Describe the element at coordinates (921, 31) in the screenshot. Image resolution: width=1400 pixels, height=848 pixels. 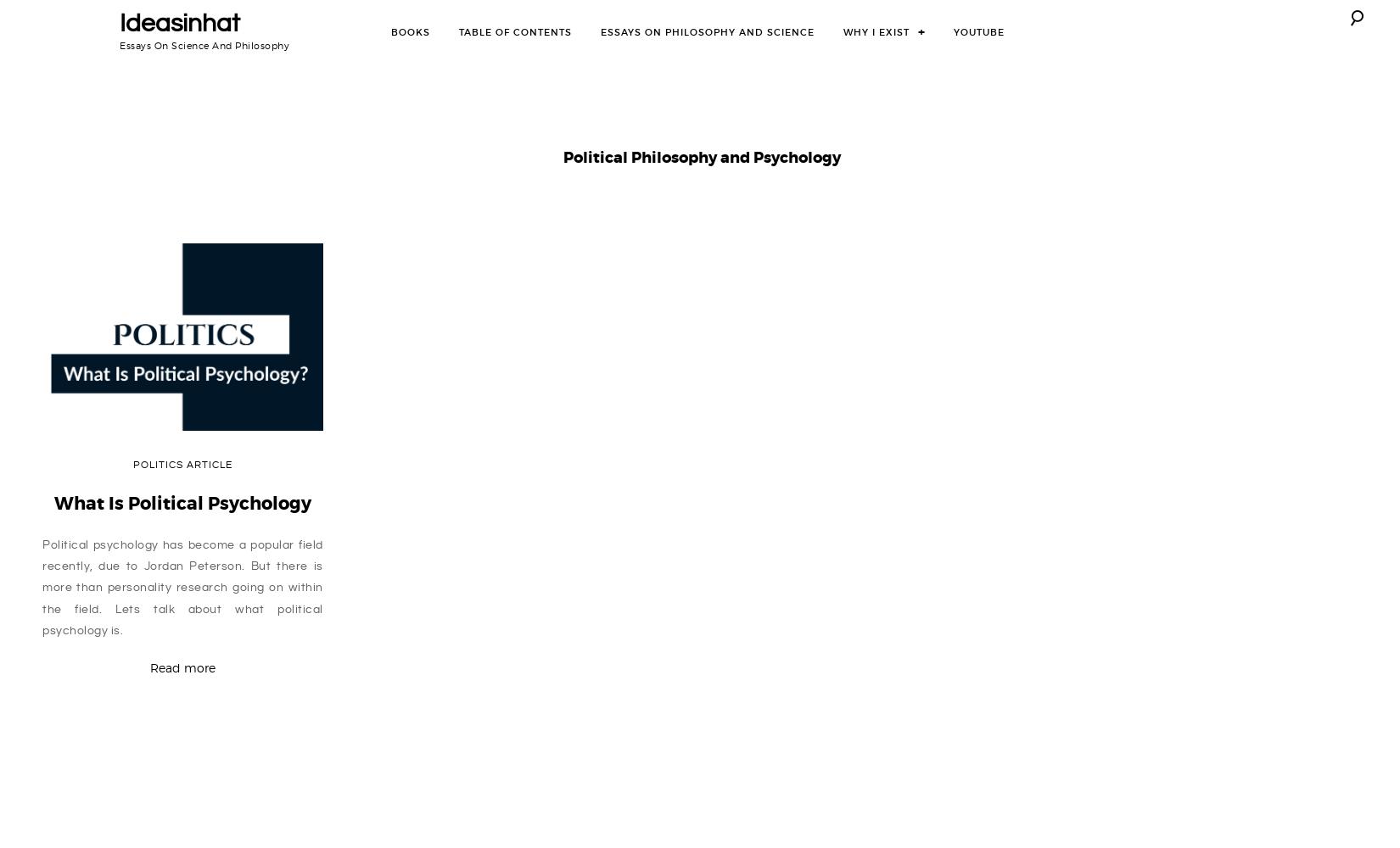
I see `'+'` at that location.